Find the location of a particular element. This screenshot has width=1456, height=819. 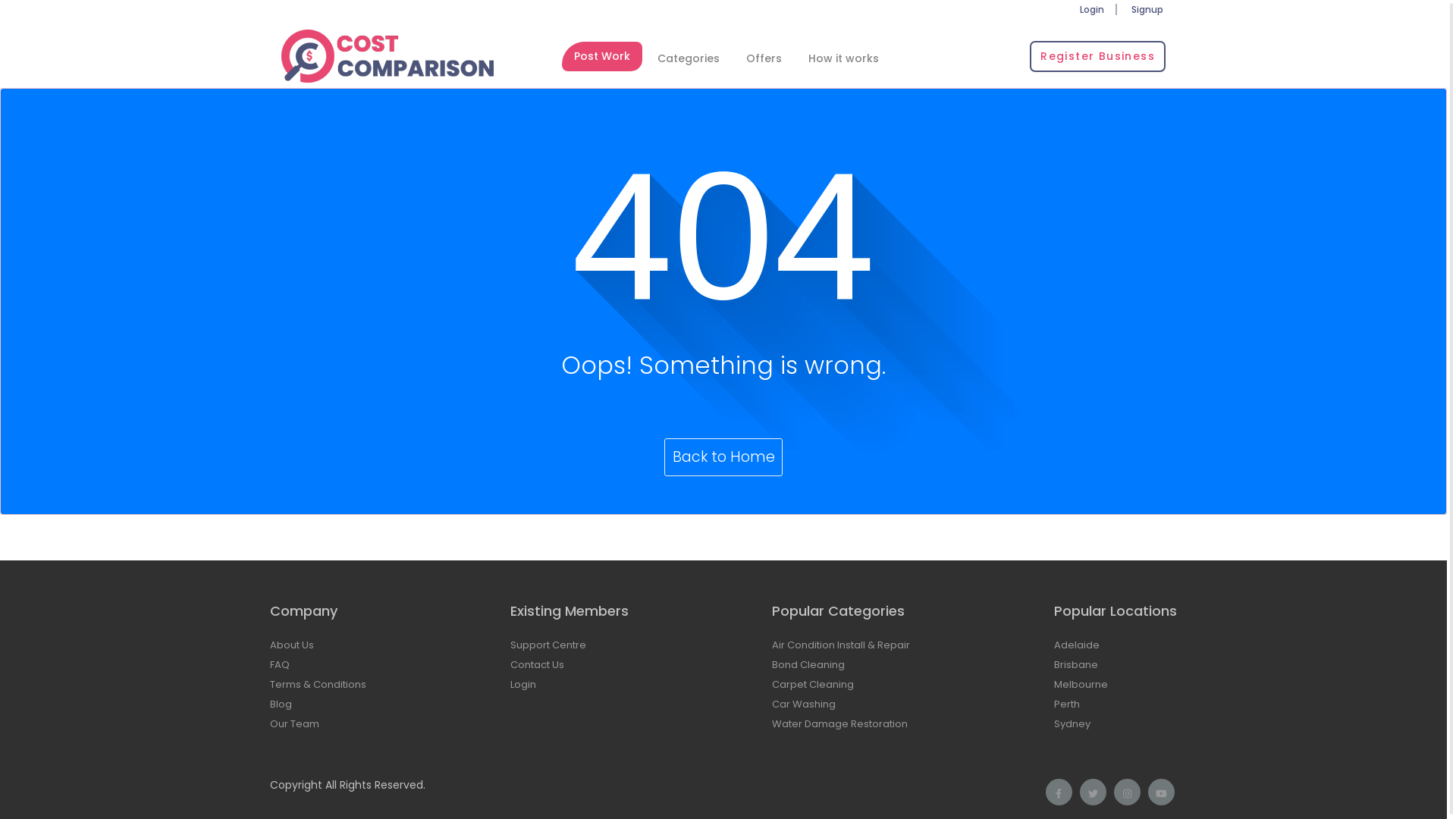

'Contact Us' is located at coordinates (537, 664).